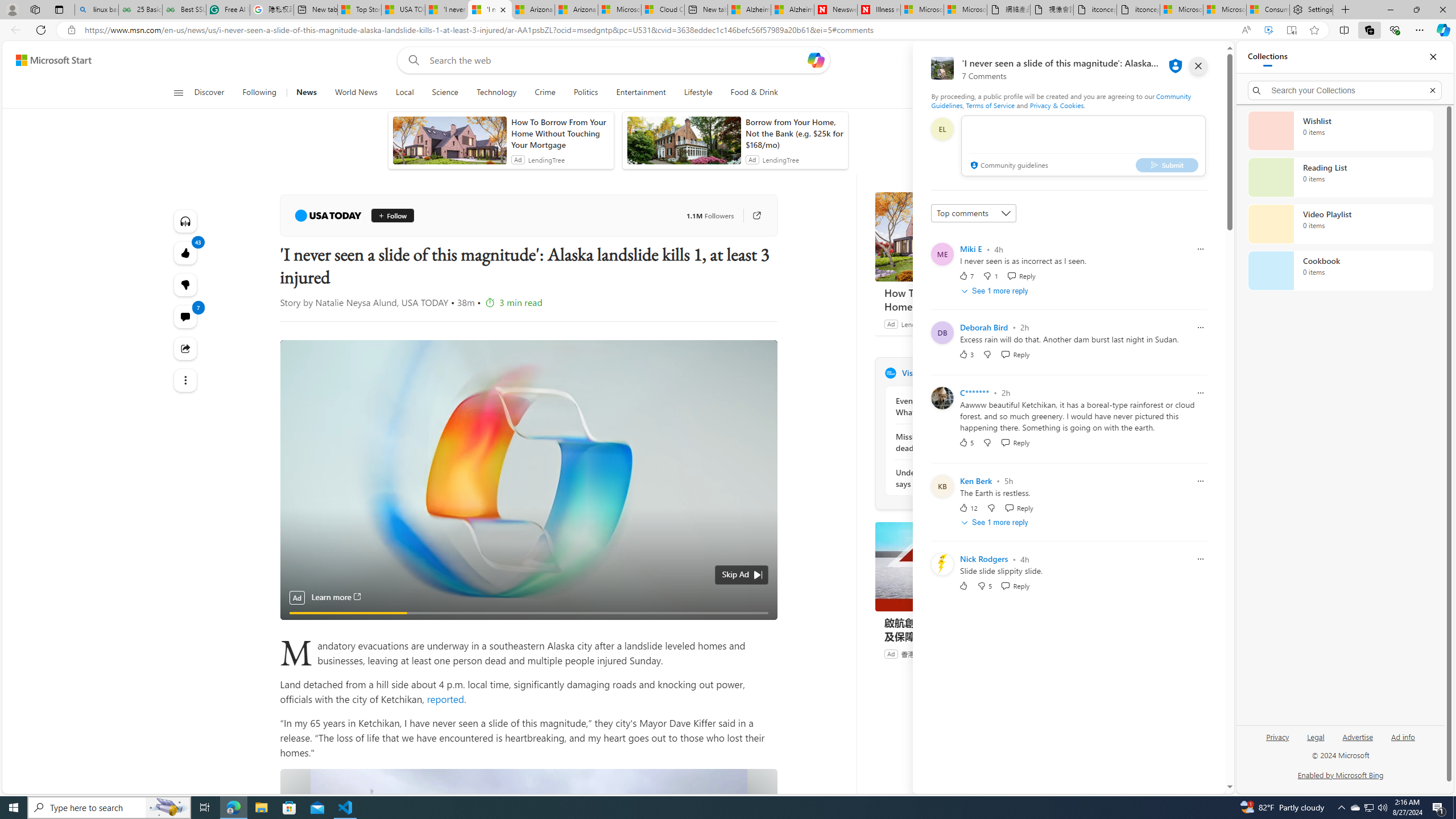 This screenshot has height=819, width=1456. I want to click on 'Cookbook collection, 0 items', so click(1340, 270).